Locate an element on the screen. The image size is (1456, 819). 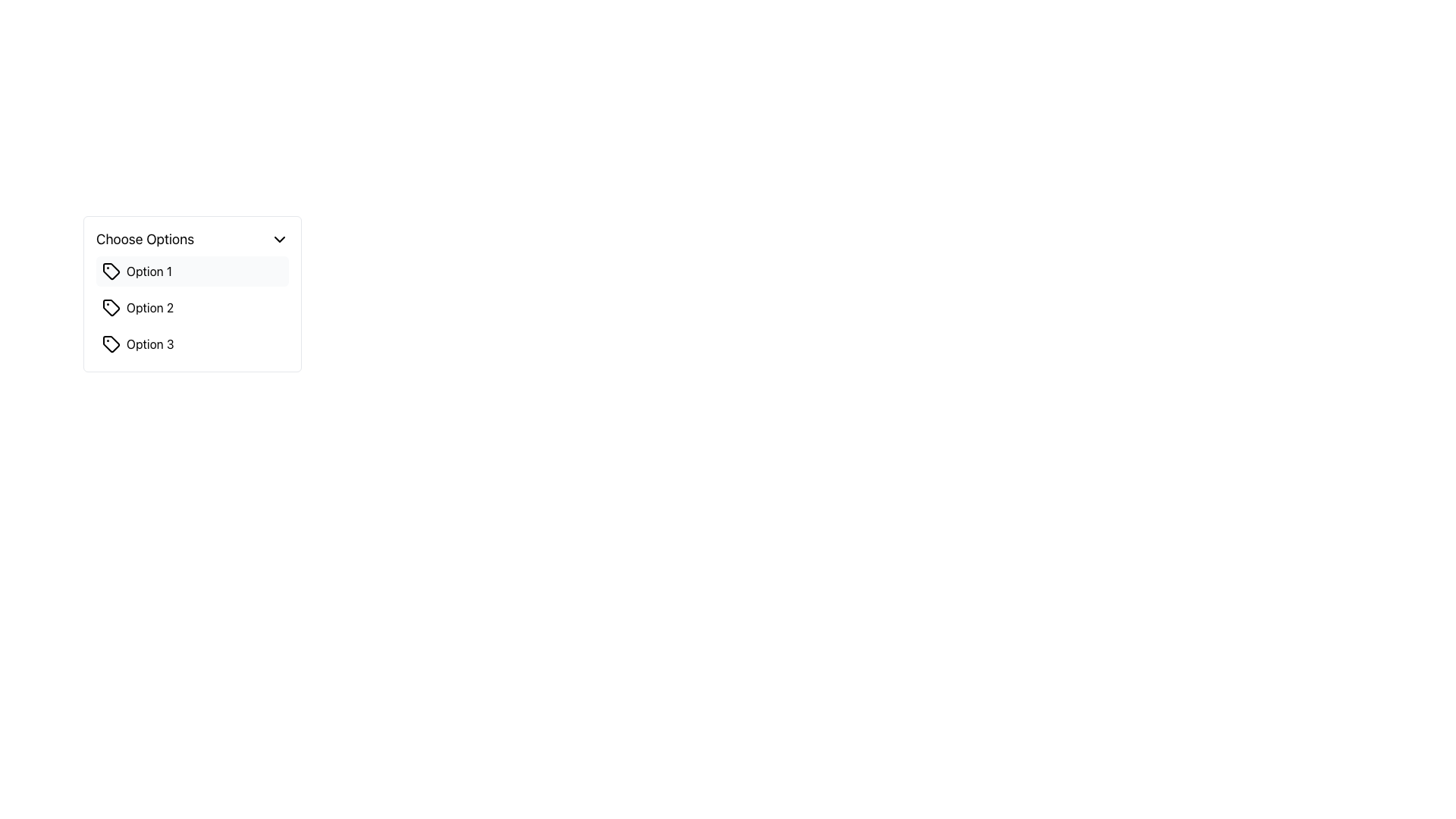
the 'Option 2' text label in the dropdown menu is located at coordinates (150, 307).